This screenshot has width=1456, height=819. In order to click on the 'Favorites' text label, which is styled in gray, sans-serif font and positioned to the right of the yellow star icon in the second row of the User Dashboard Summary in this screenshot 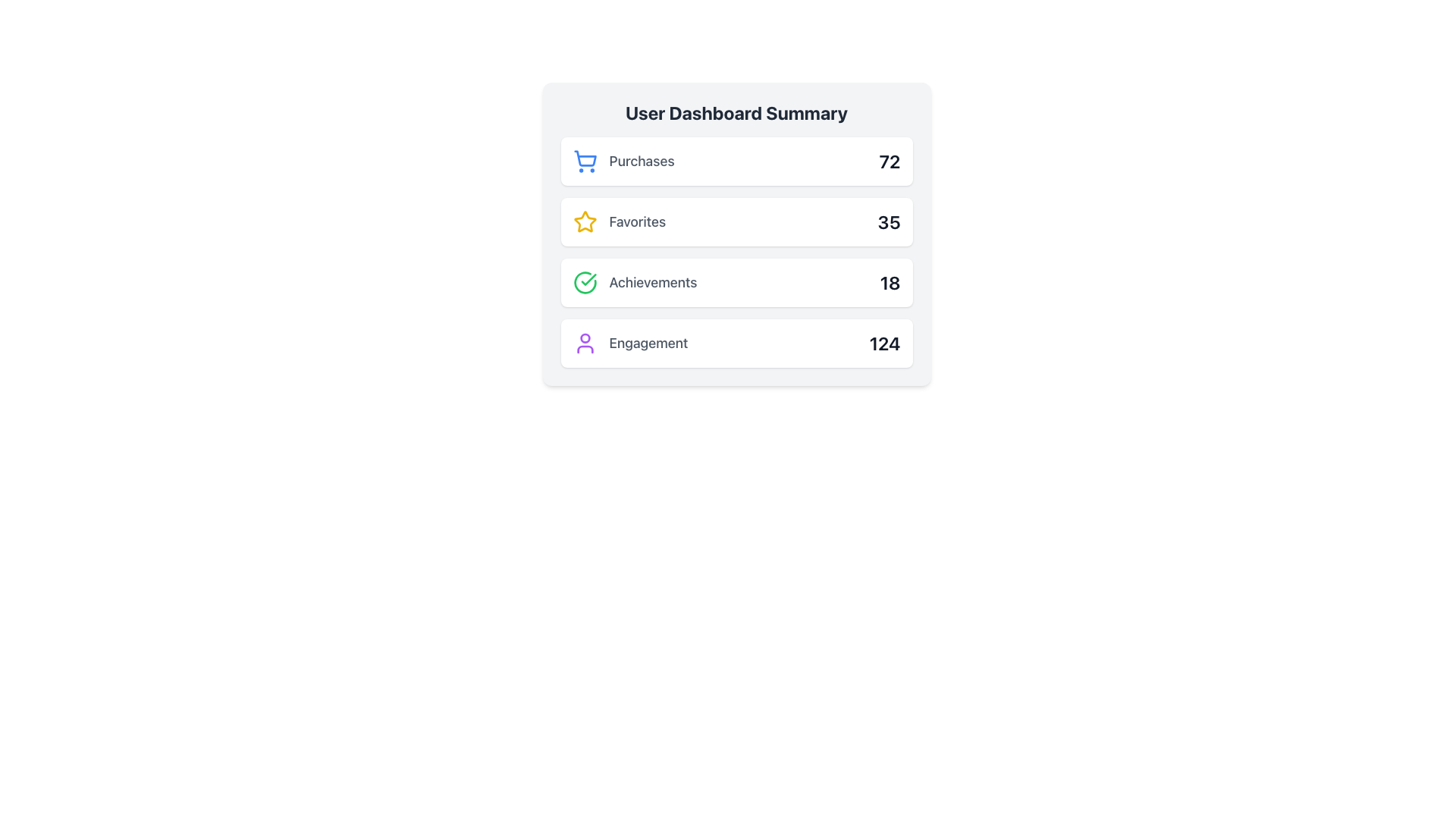, I will do `click(637, 222)`.